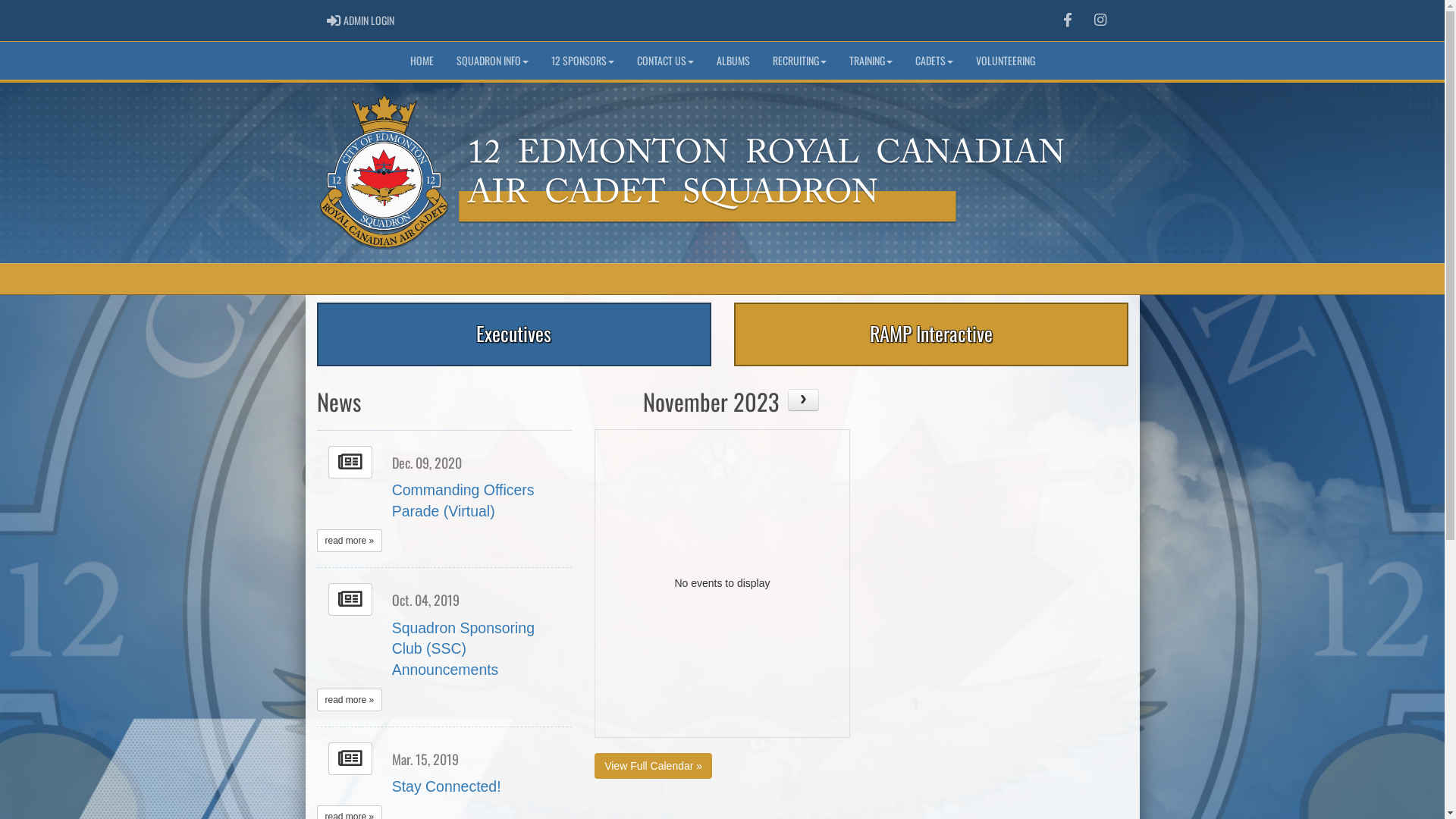 The image size is (1456, 819). Describe the element at coordinates (1100, 20) in the screenshot. I see `'instagram'` at that location.